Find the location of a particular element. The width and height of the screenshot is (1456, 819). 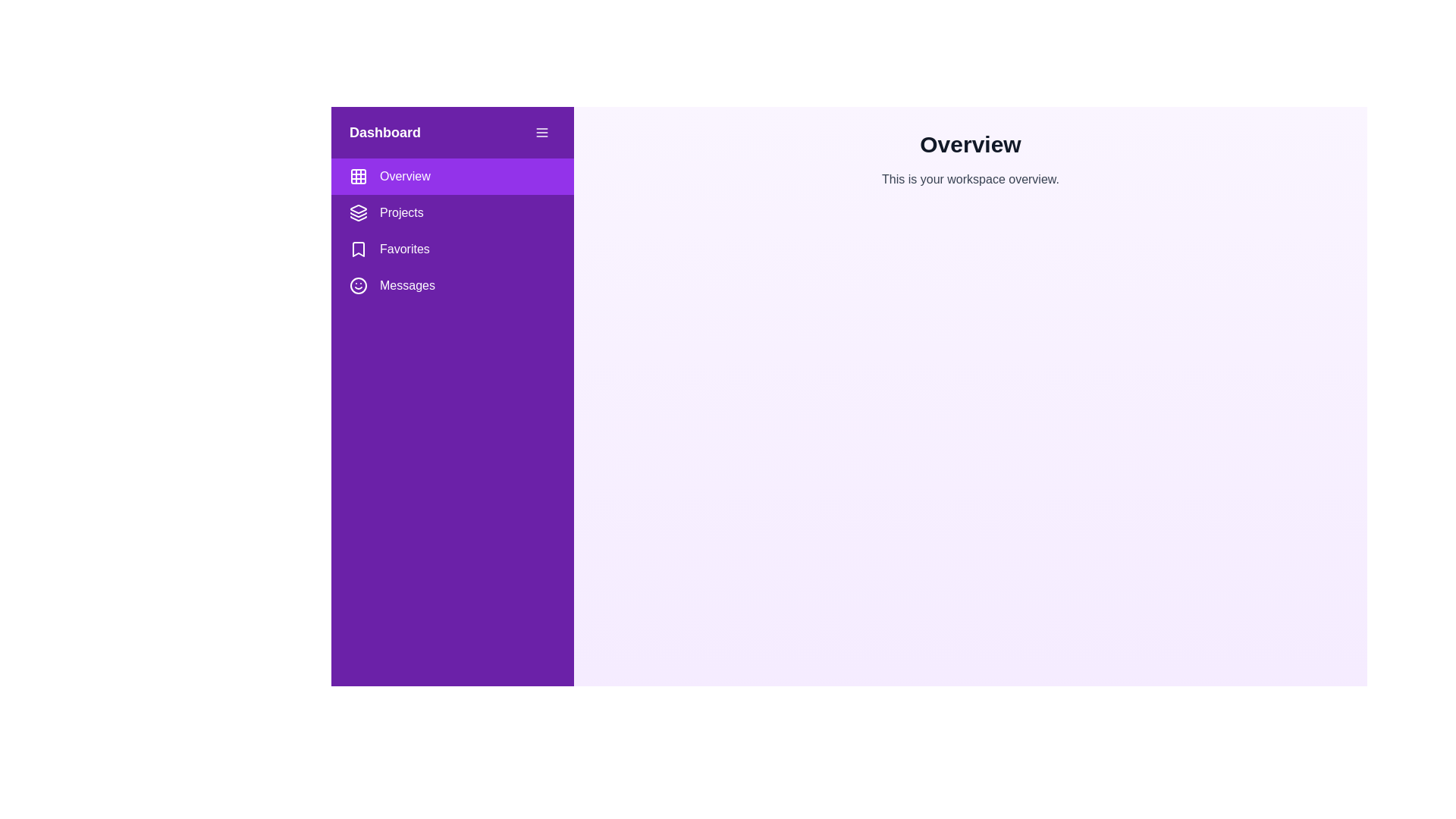

the menu item Projects from the drawer is located at coordinates (451, 213).